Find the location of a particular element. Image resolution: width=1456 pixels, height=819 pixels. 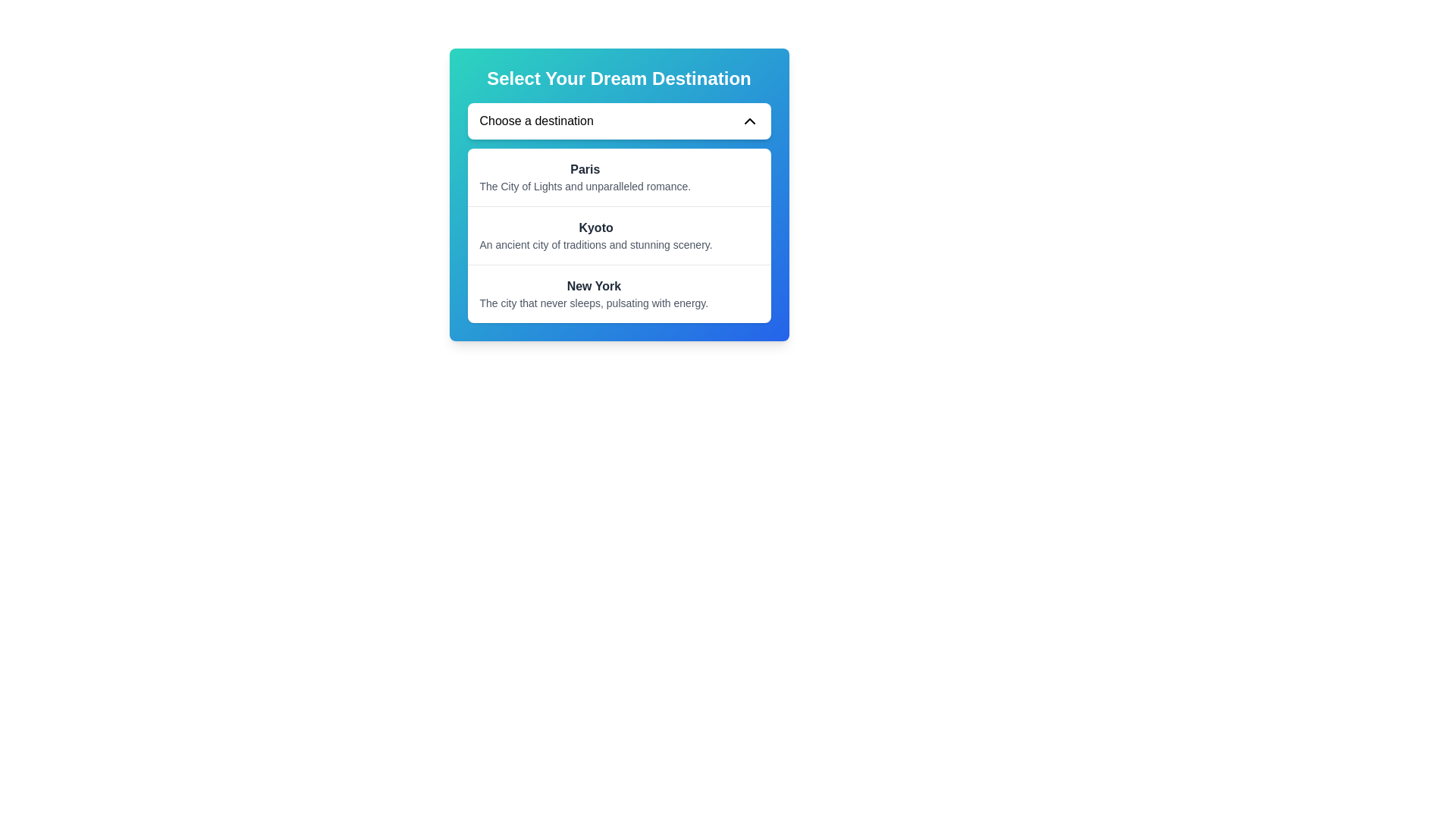

the descriptive tagline for the New York option in the destination selector, which is located beneath the larger 'New York' text is located at coordinates (593, 303).